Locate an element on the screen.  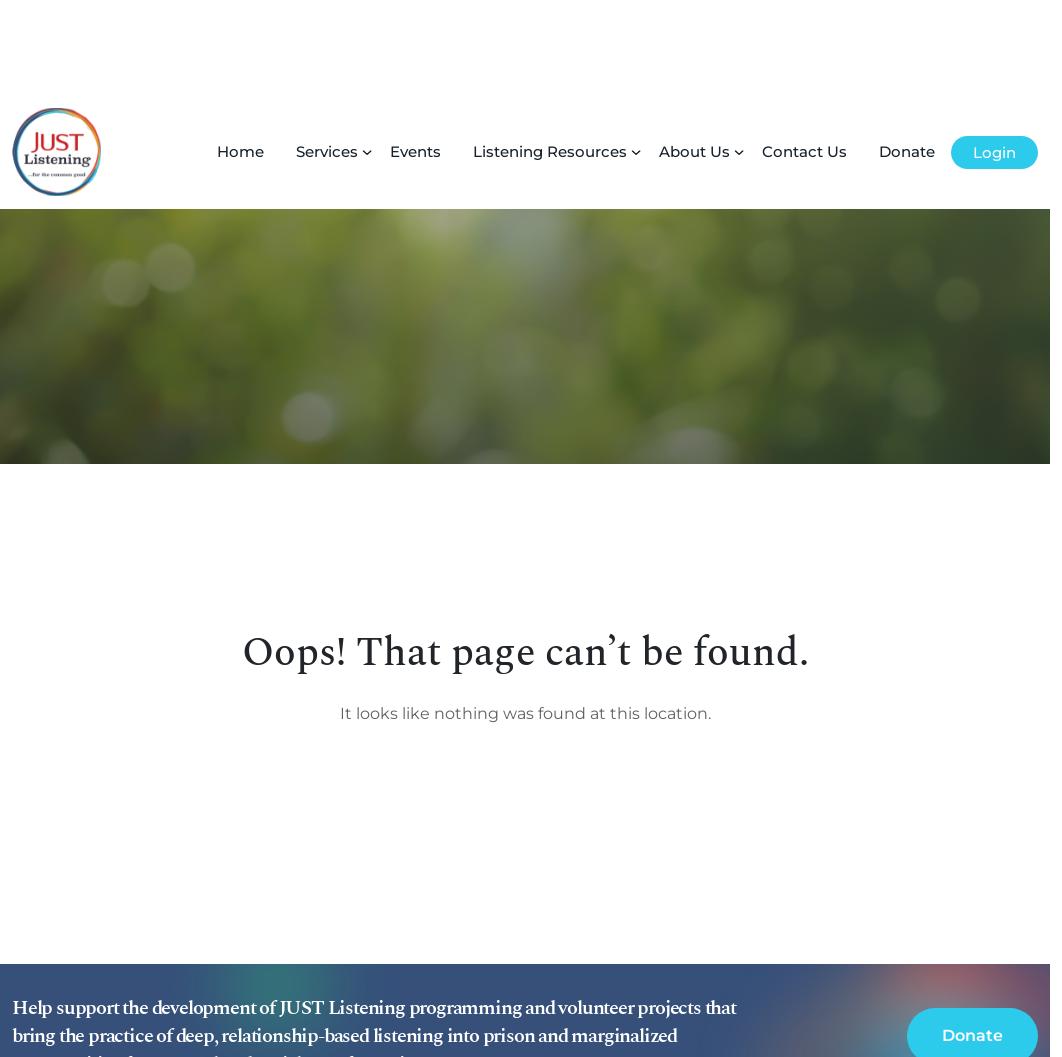
'Oops! That page can’t be found.' is located at coordinates (523, 557).